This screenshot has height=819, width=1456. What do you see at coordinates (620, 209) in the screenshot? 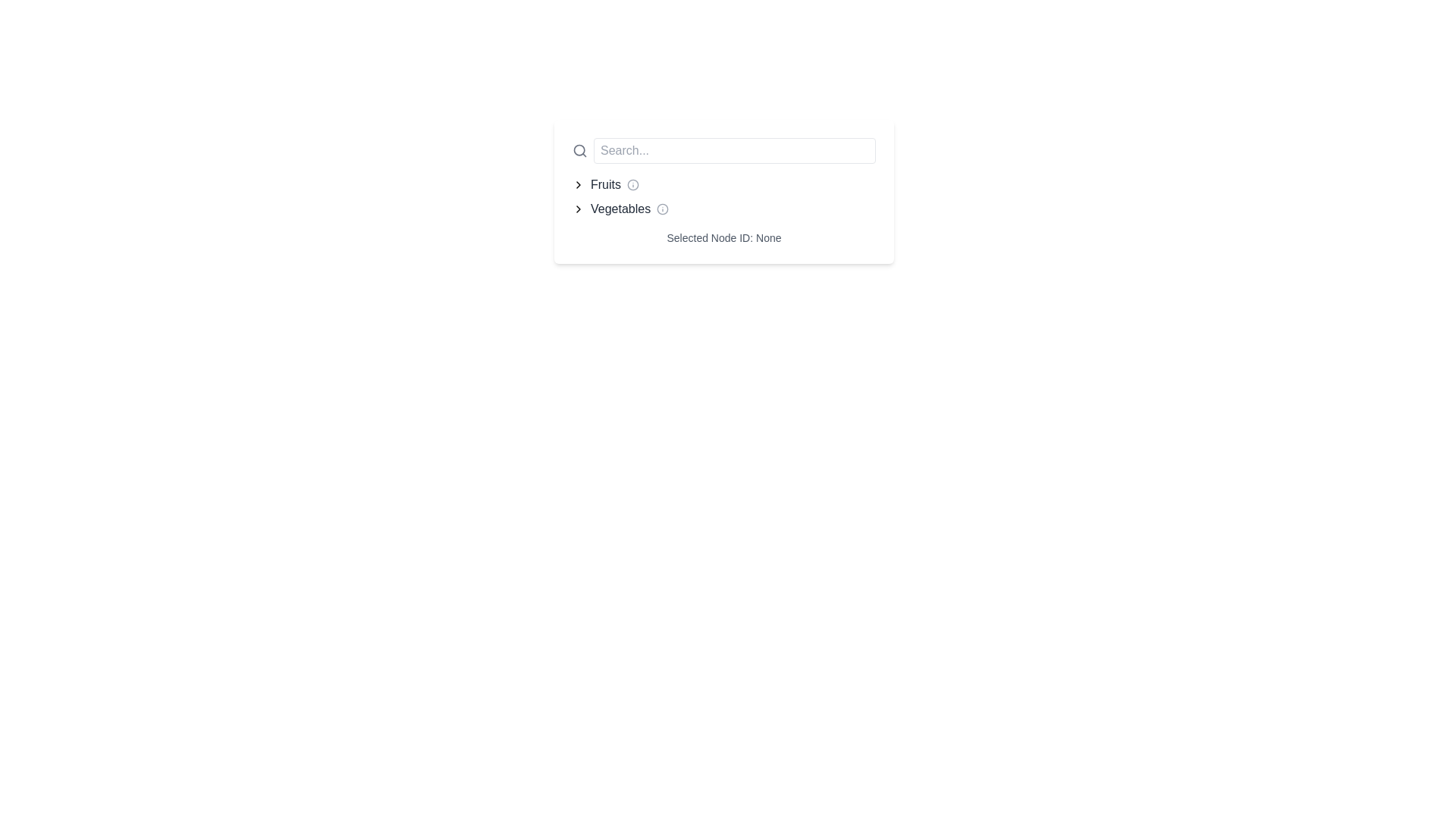
I see `the text label displaying 'Vegetables' which changes its font color to blue on hover` at bounding box center [620, 209].